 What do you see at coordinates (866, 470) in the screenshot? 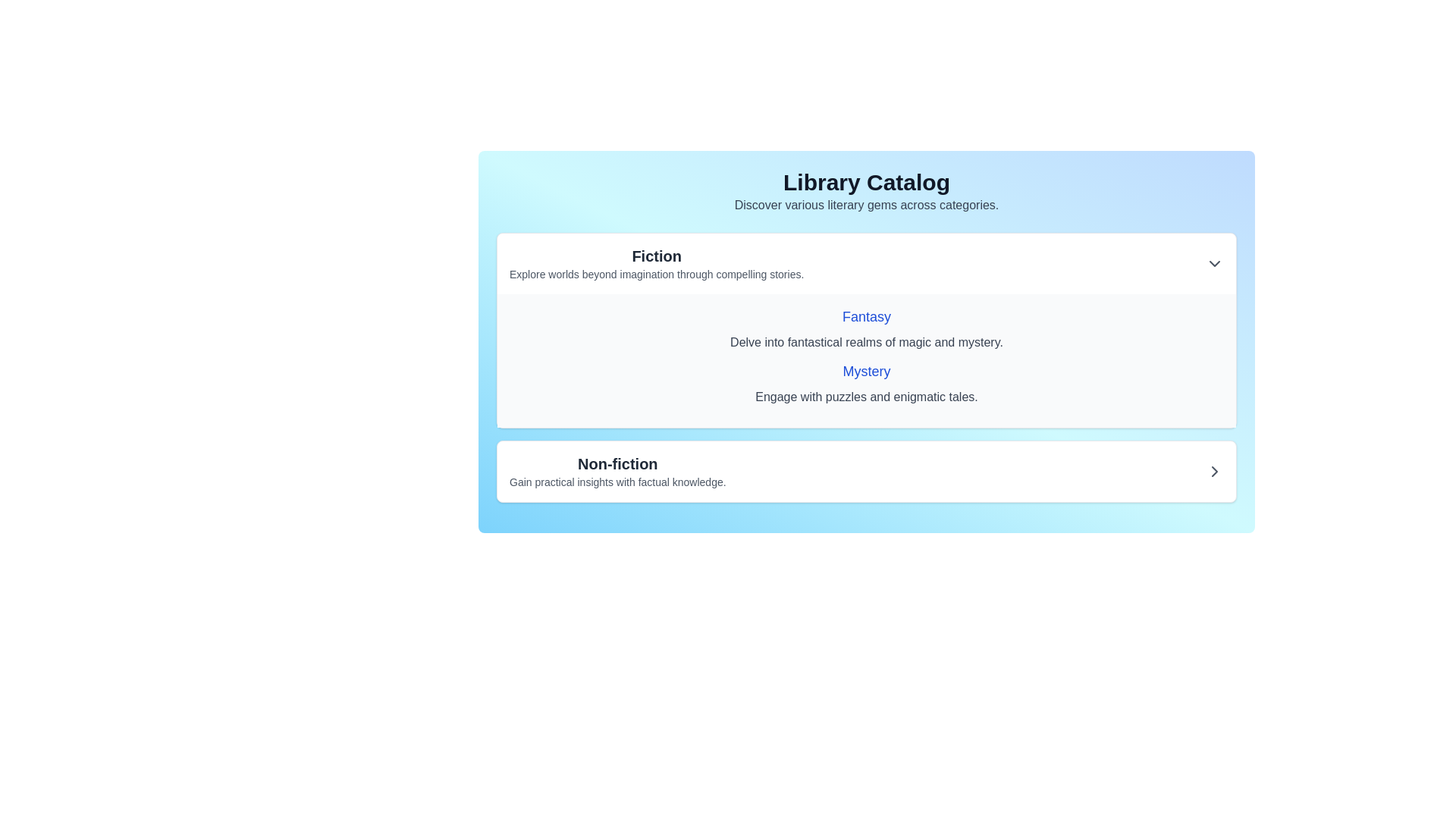
I see `the entry point for the 'Non-fiction' section of the library catalog` at bounding box center [866, 470].